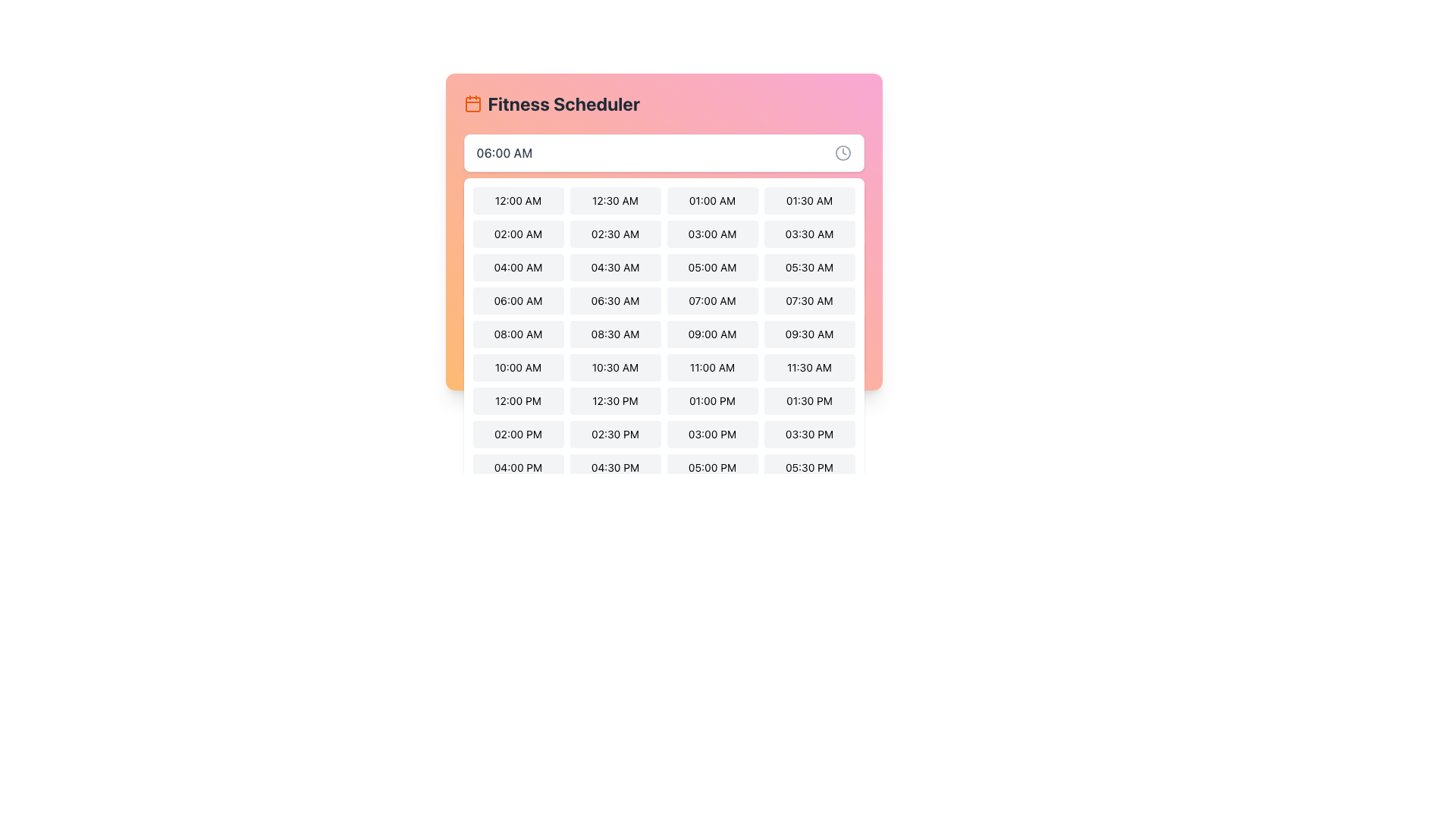  What do you see at coordinates (518, 267) in the screenshot?
I see `the '04:00 AM' button, which is a time slot option in a grid layout` at bounding box center [518, 267].